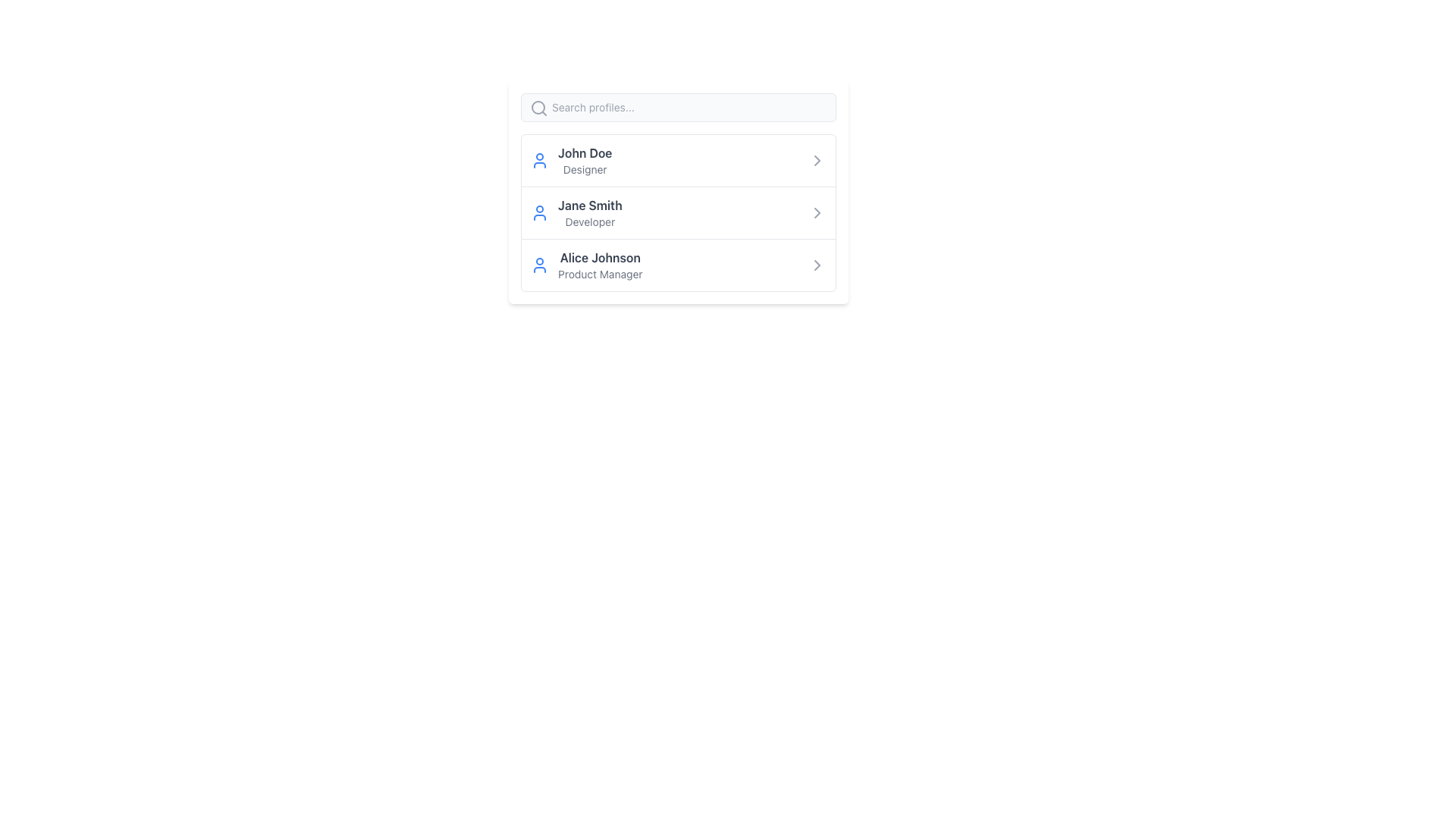 The width and height of the screenshot is (1456, 819). Describe the element at coordinates (817, 213) in the screenshot. I see `the SVG Icon (Chevron) at the rightmost end of the list item associated with 'Jane Smith'` at that location.